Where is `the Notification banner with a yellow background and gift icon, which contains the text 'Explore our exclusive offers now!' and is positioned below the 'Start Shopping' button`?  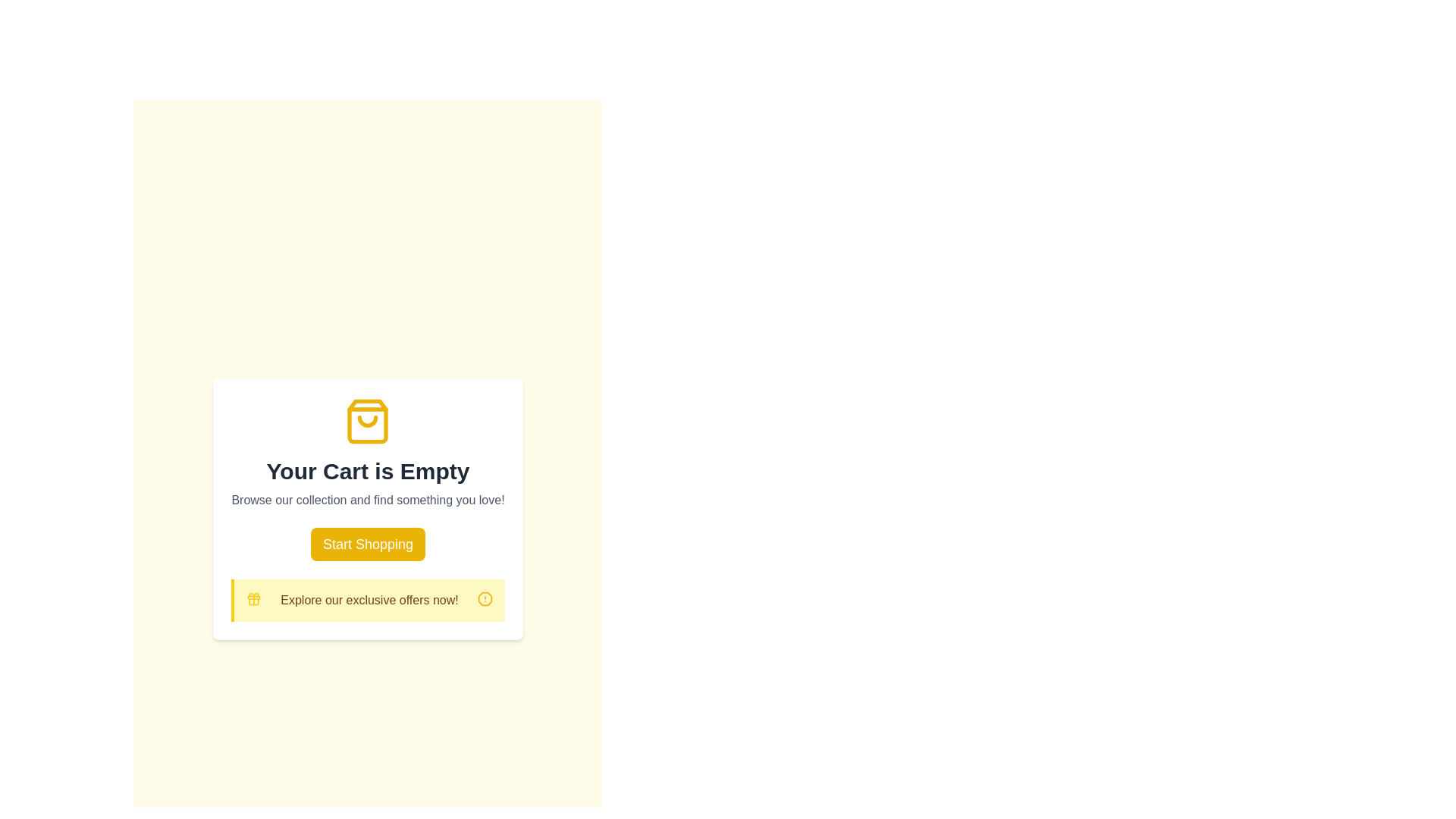
the Notification banner with a yellow background and gift icon, which contains the text 'Explore our exclusive offers now!' and is positioned below the 'Start Shopping' button is located at coordinates (368, 599).